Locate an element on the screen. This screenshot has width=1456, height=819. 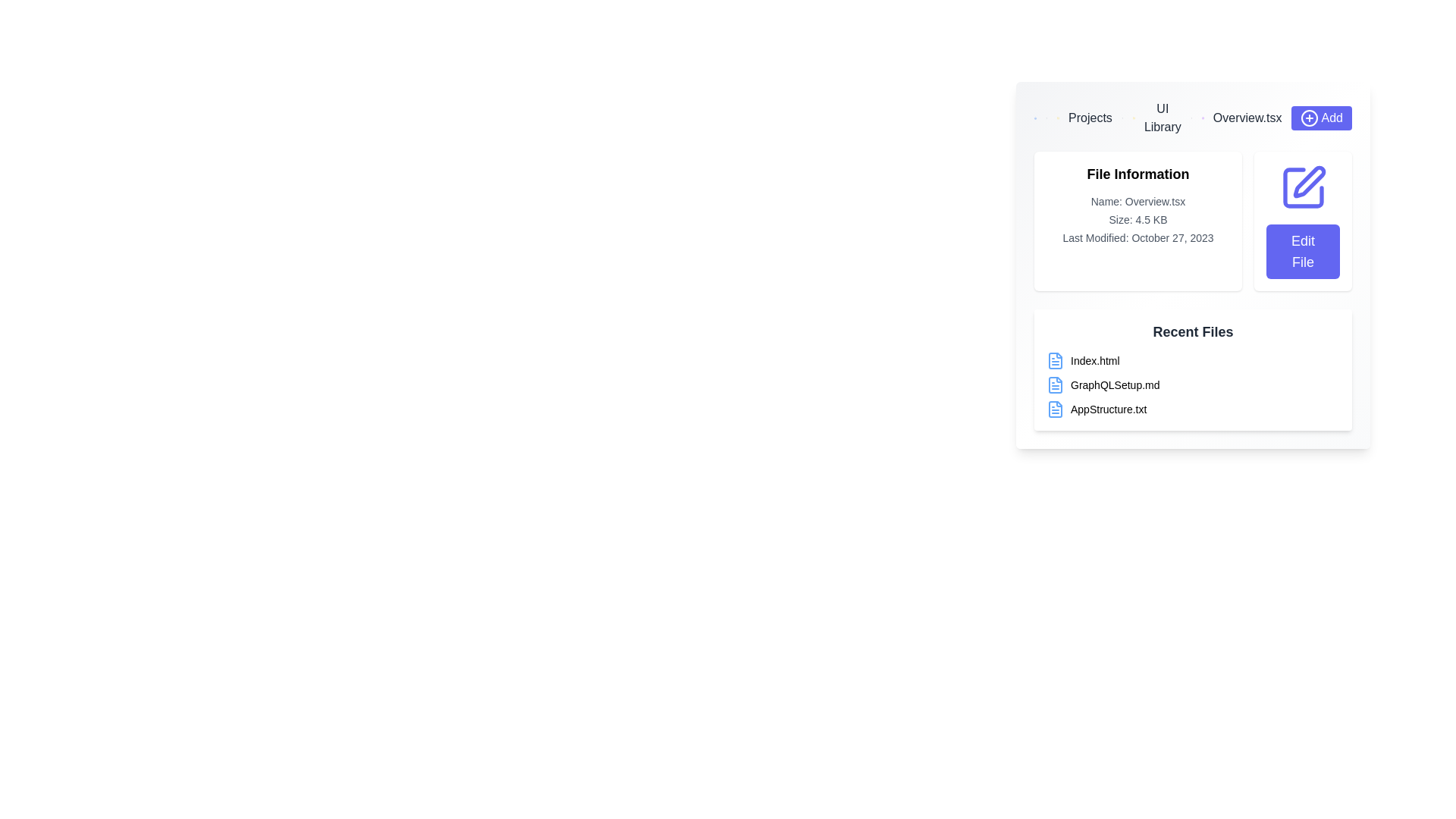
the file entry 'GraphQLSetup.md' in the 'Recent Files' list is located at coordinates (1192, 384).